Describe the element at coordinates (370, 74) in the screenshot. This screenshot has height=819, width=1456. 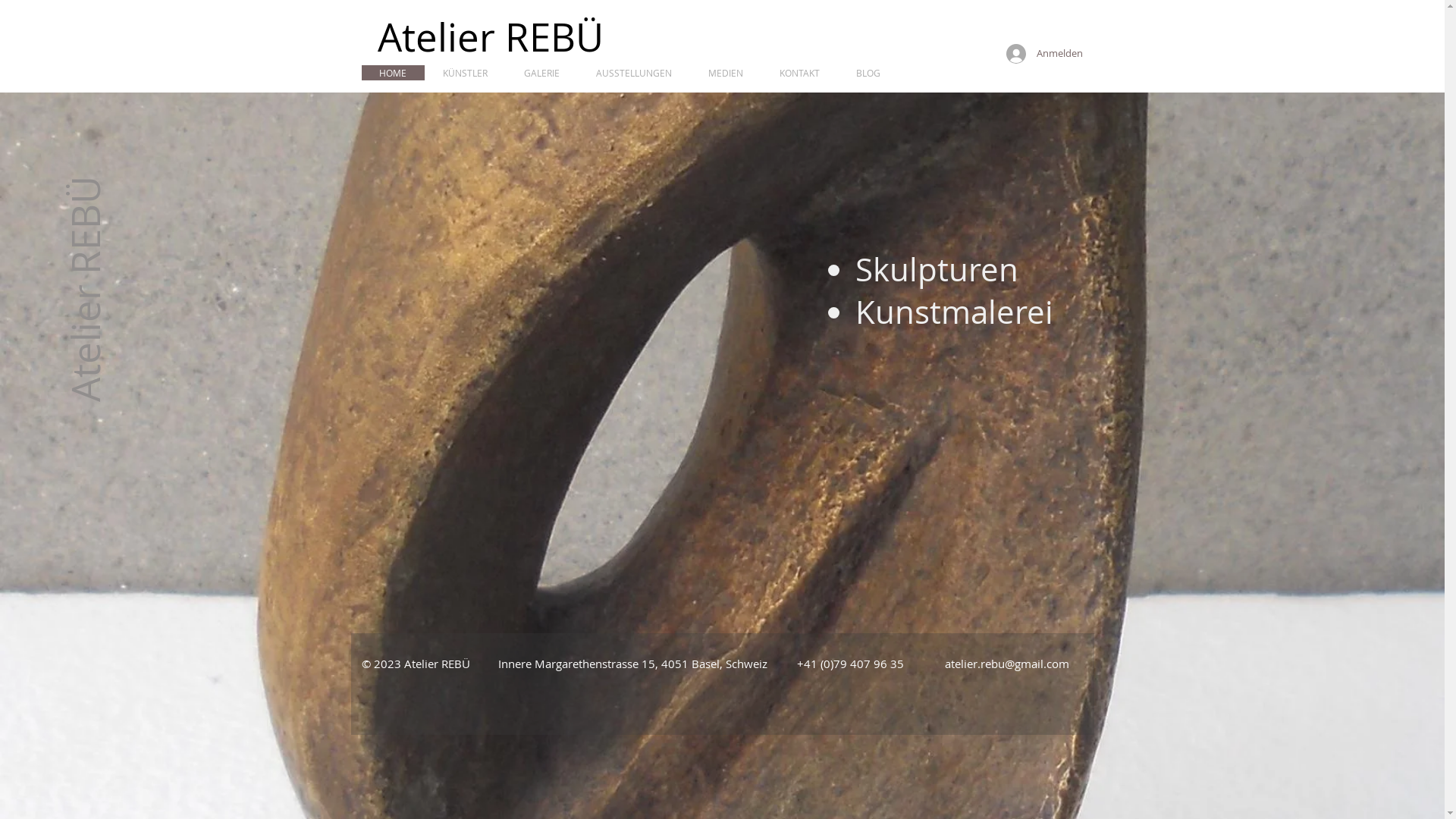
I see `'HOME'` at that location.